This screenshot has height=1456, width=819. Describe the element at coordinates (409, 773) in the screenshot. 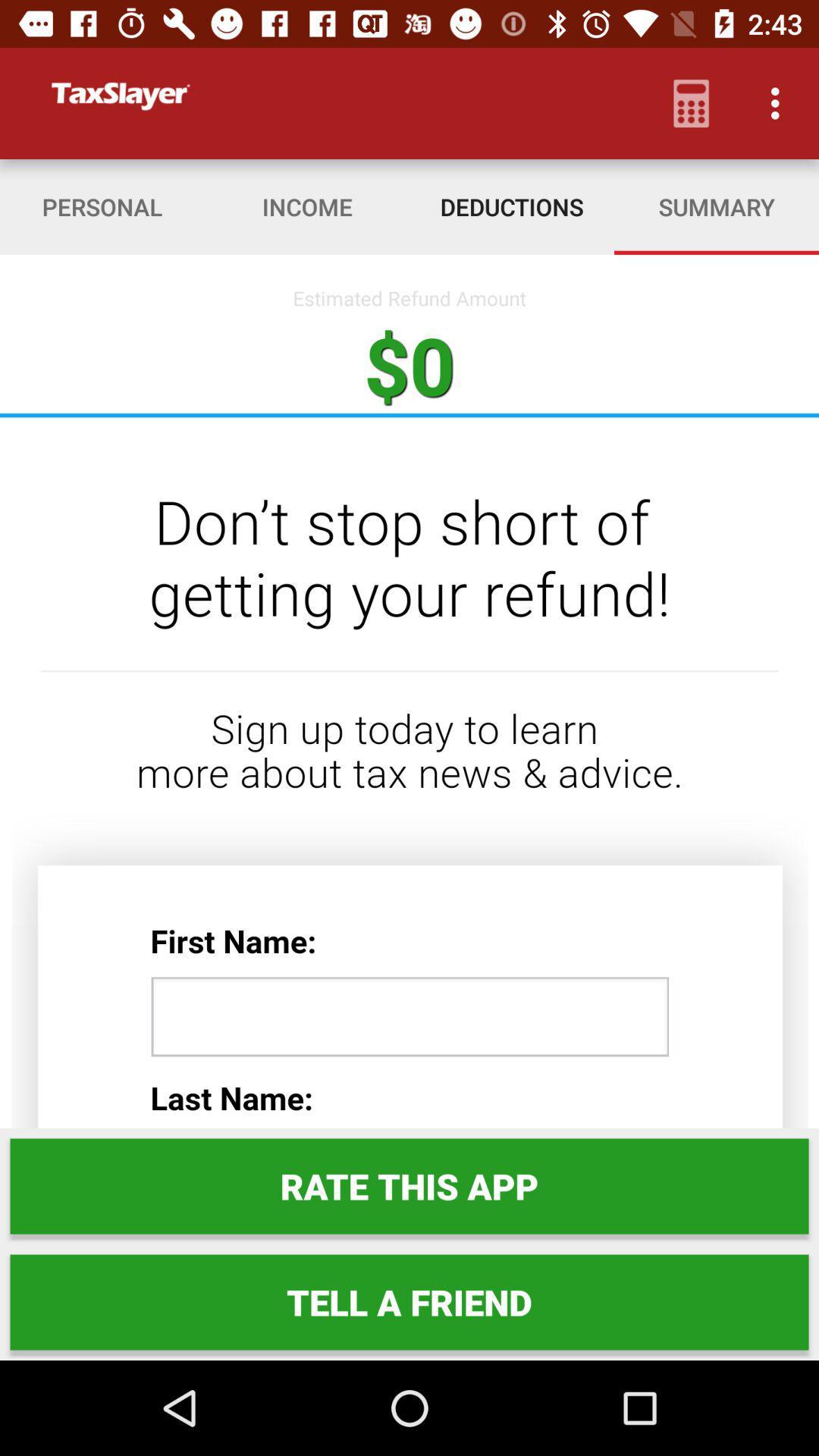

I see `the item at the center` at that location.